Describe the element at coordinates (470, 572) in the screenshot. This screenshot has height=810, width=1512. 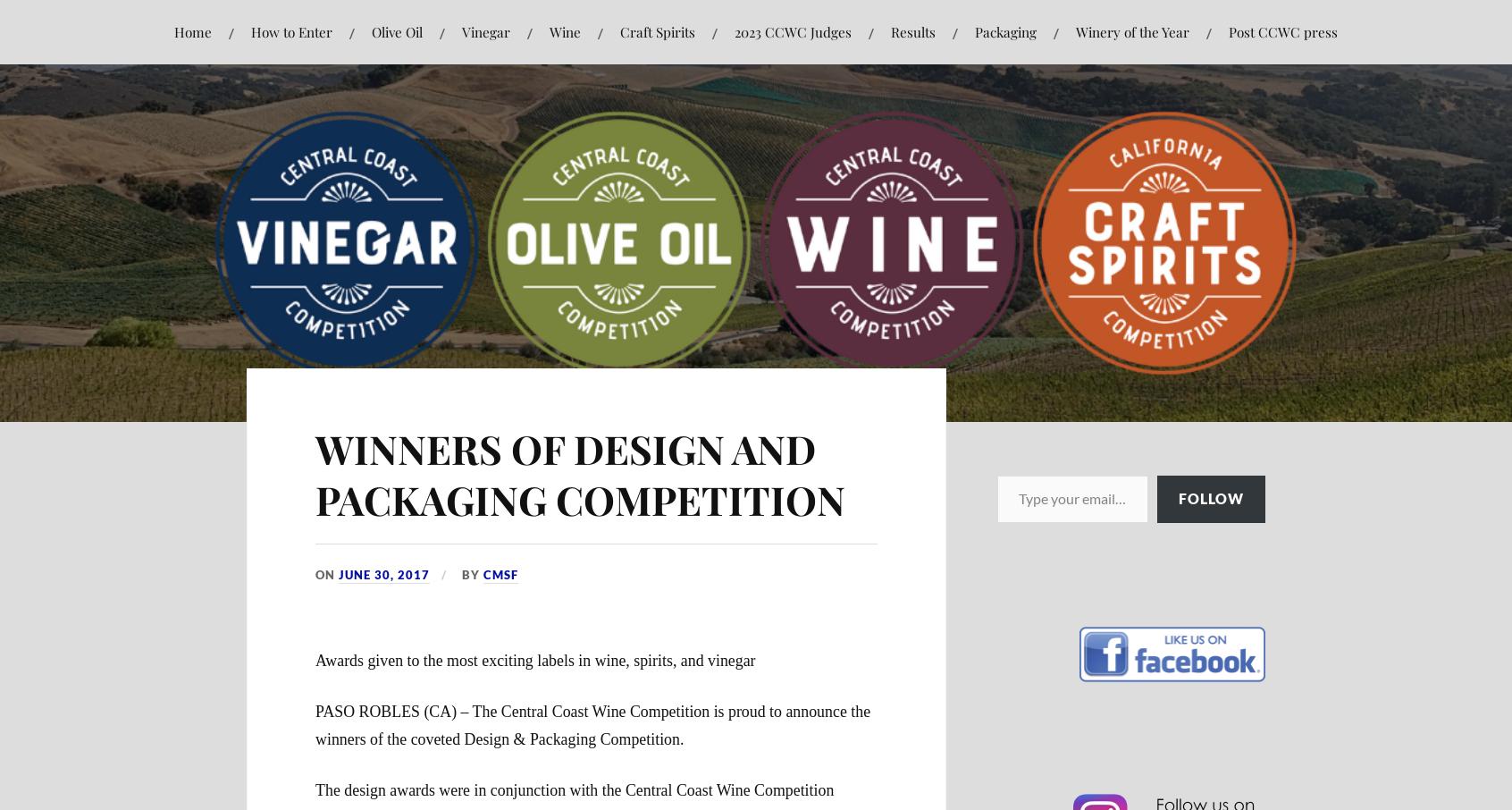
I see `'By'` at that location.